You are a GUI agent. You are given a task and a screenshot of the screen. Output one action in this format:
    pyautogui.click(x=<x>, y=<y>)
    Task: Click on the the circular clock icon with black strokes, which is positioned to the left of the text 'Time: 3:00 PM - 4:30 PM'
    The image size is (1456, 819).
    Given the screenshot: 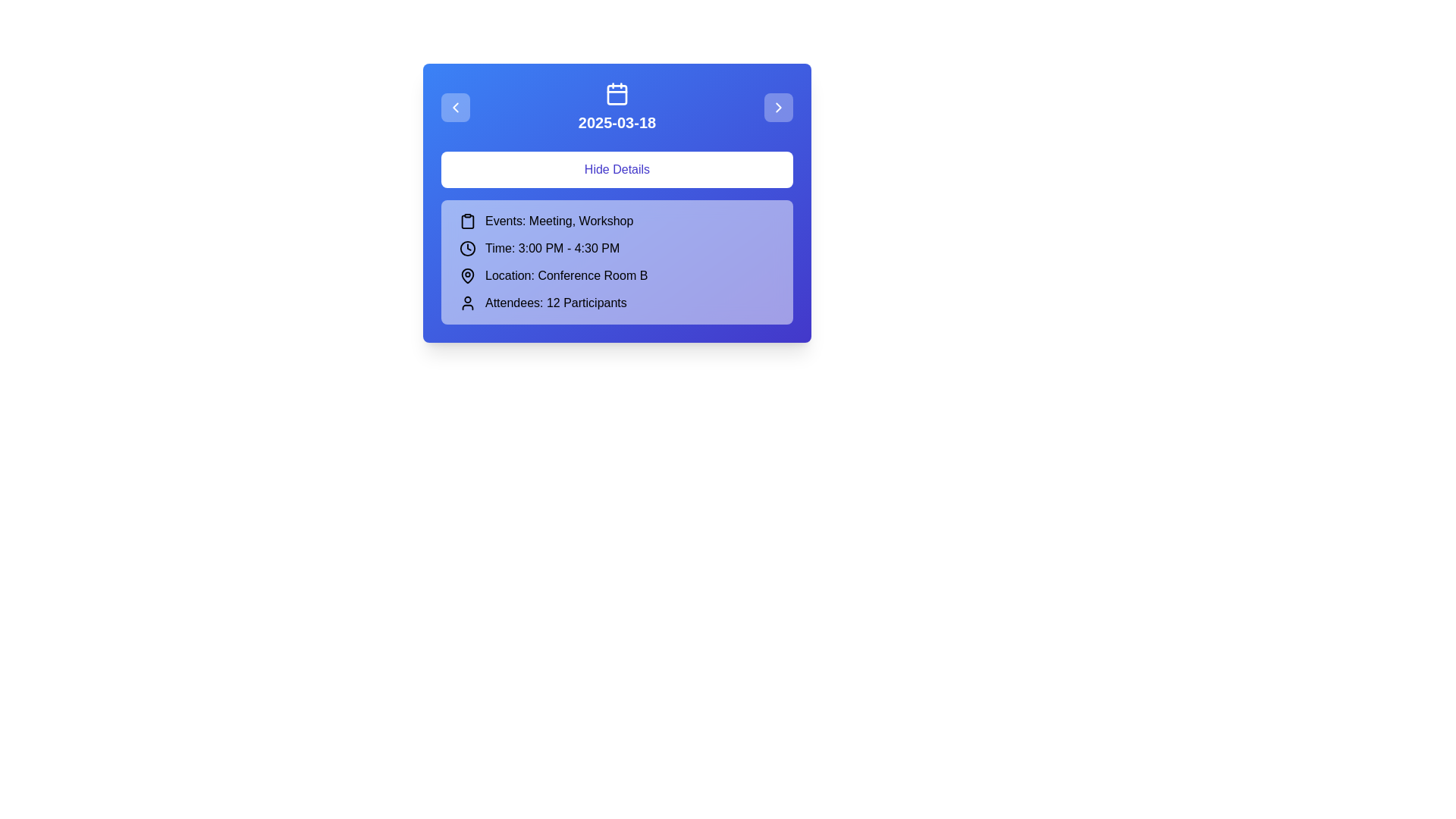 What is the action you would take?
    pyautogui.click(x=467, y=247)
    